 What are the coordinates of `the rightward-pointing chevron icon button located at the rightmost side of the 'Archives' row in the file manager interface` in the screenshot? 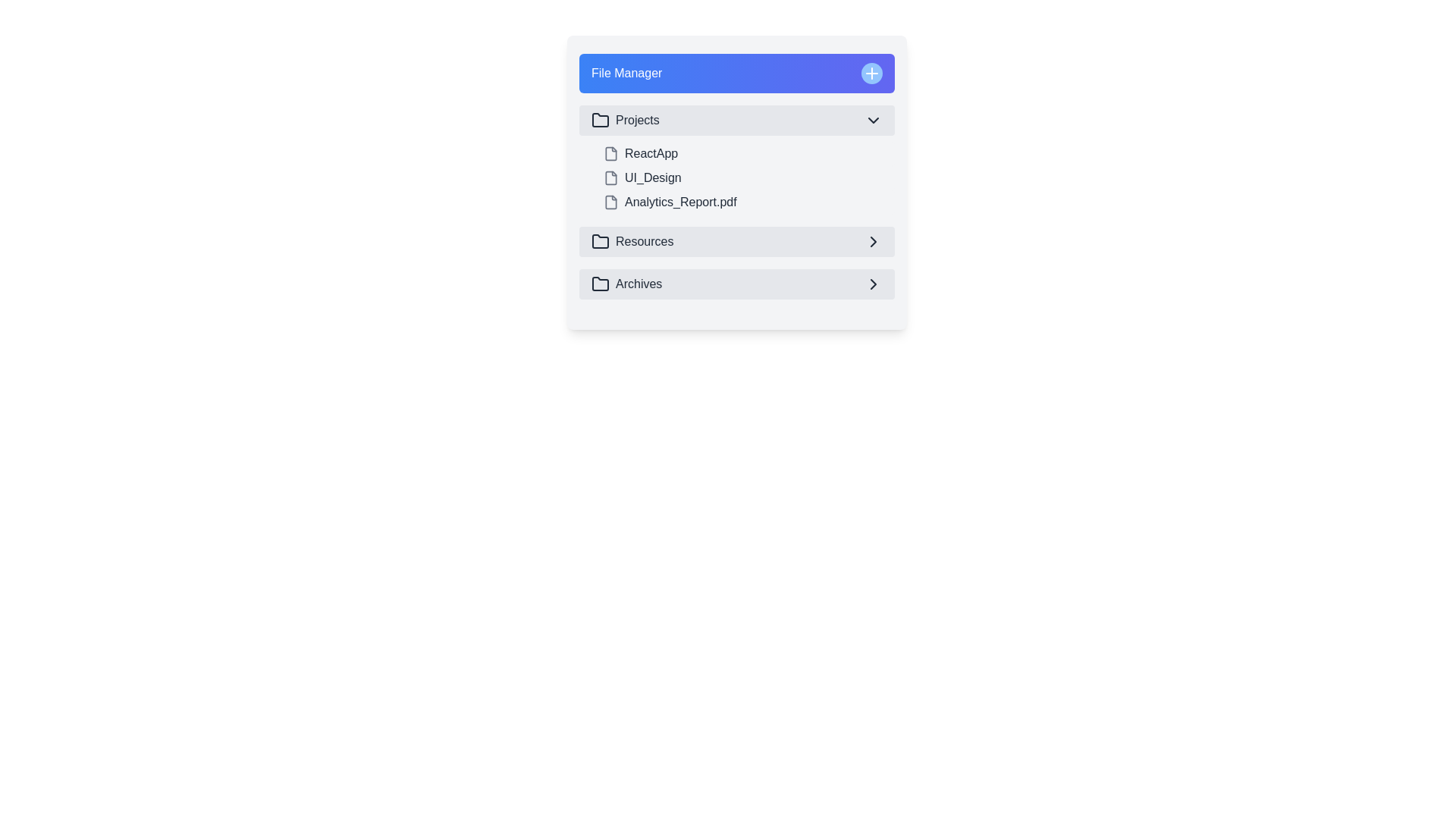 It's located at (874, 284).